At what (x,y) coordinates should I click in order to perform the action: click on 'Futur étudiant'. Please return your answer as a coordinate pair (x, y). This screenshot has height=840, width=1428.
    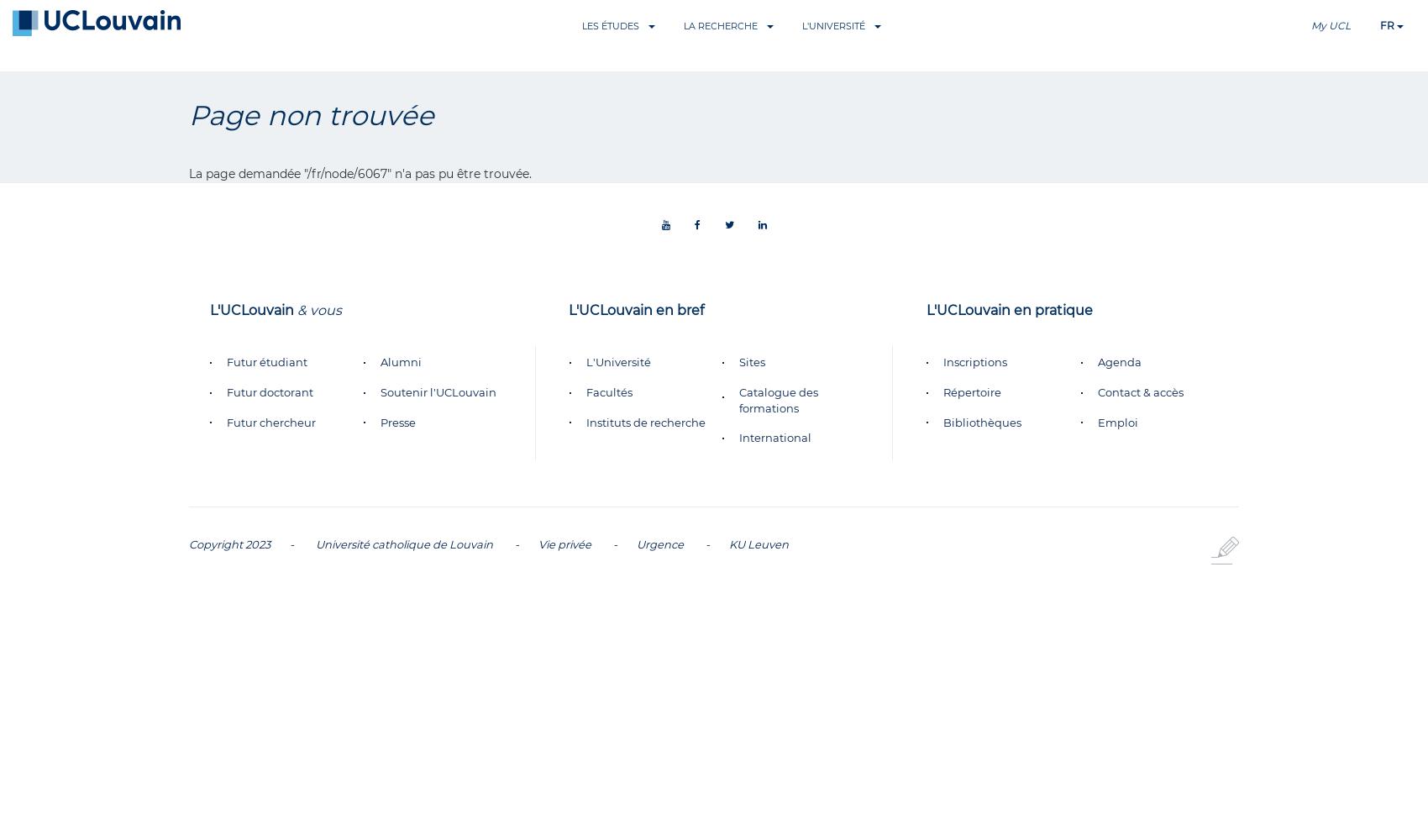
    Looking at the image, I should click on (226, 362).